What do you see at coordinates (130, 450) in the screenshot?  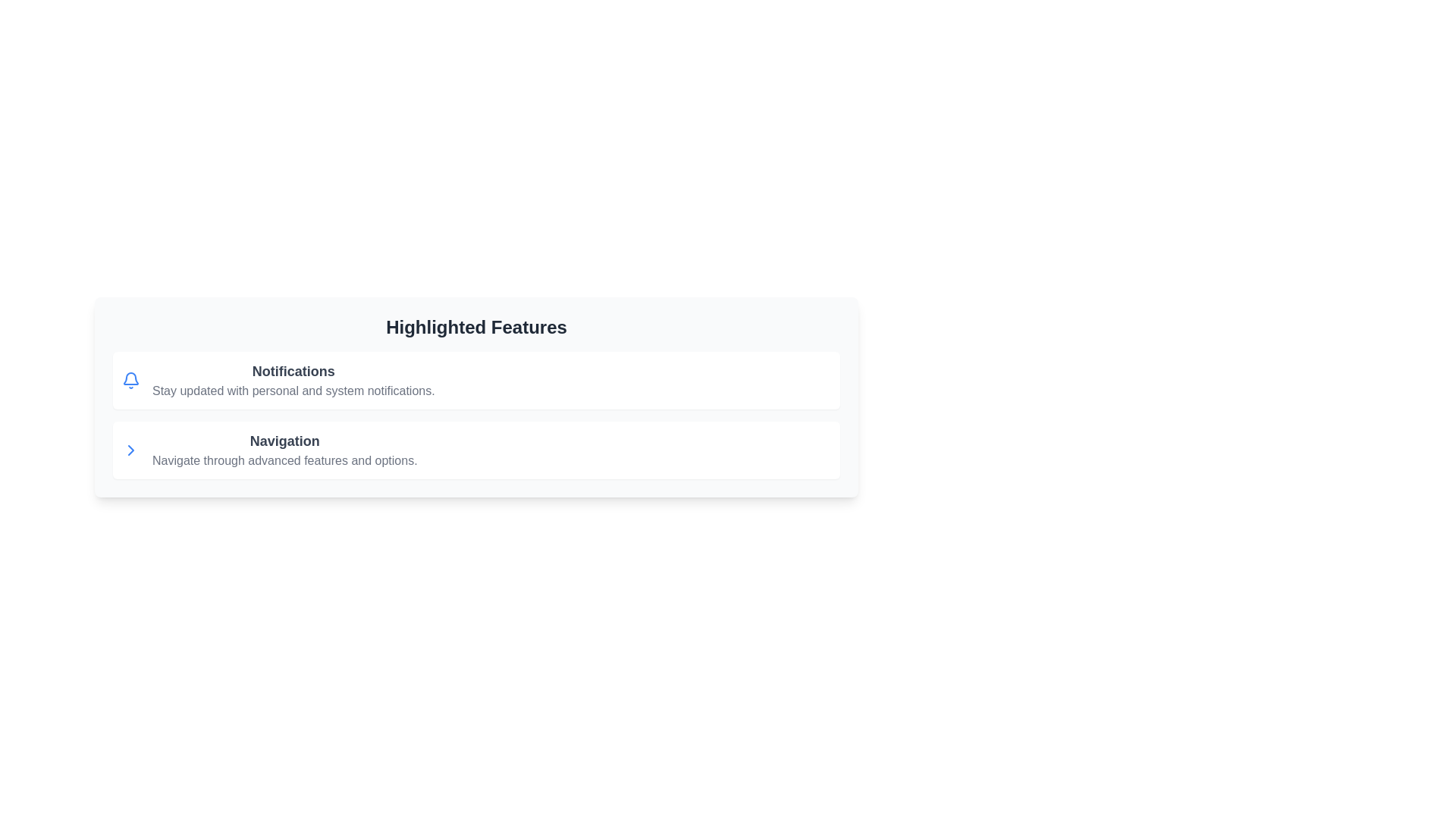 I see `the leftmost chevron icon in the 'Navigation' group under the 'Highlighted Features' section` at bounding box center [130, 450].